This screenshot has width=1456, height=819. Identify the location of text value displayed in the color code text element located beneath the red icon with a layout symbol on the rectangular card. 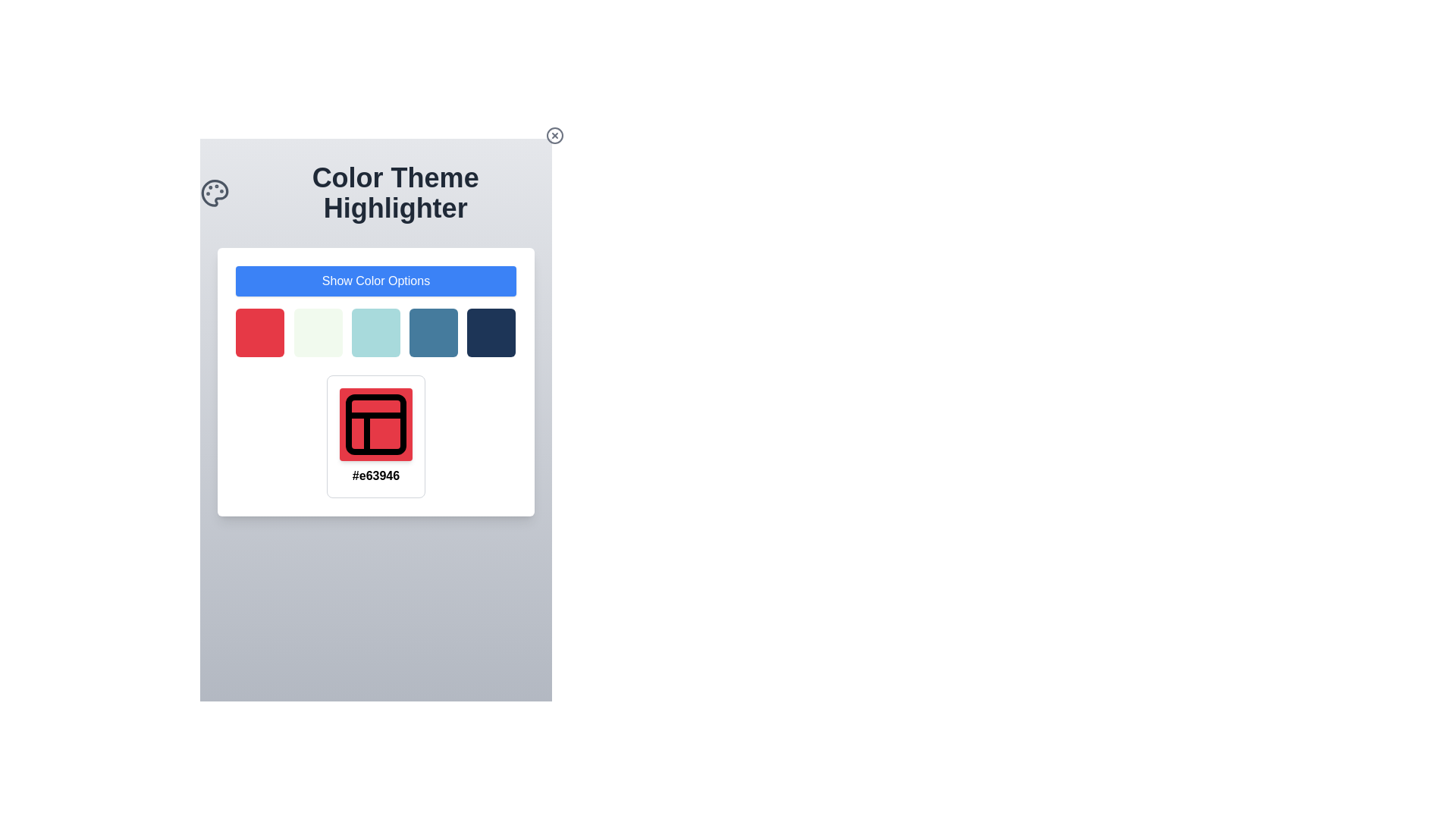
(375, 475).